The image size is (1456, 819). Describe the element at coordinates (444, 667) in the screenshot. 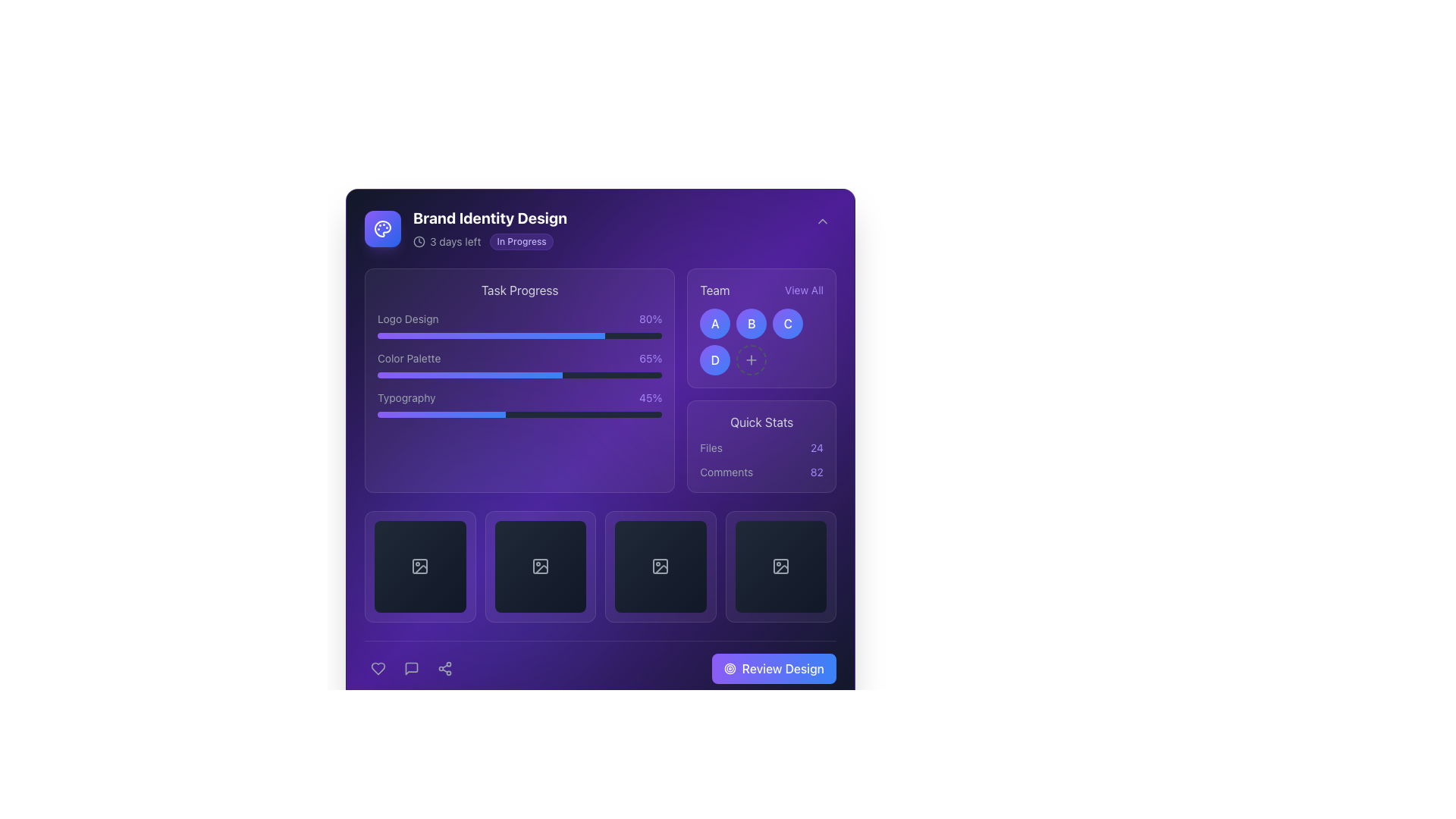

I see `the third icon from the left at the bottom-center of the interface` at that location.